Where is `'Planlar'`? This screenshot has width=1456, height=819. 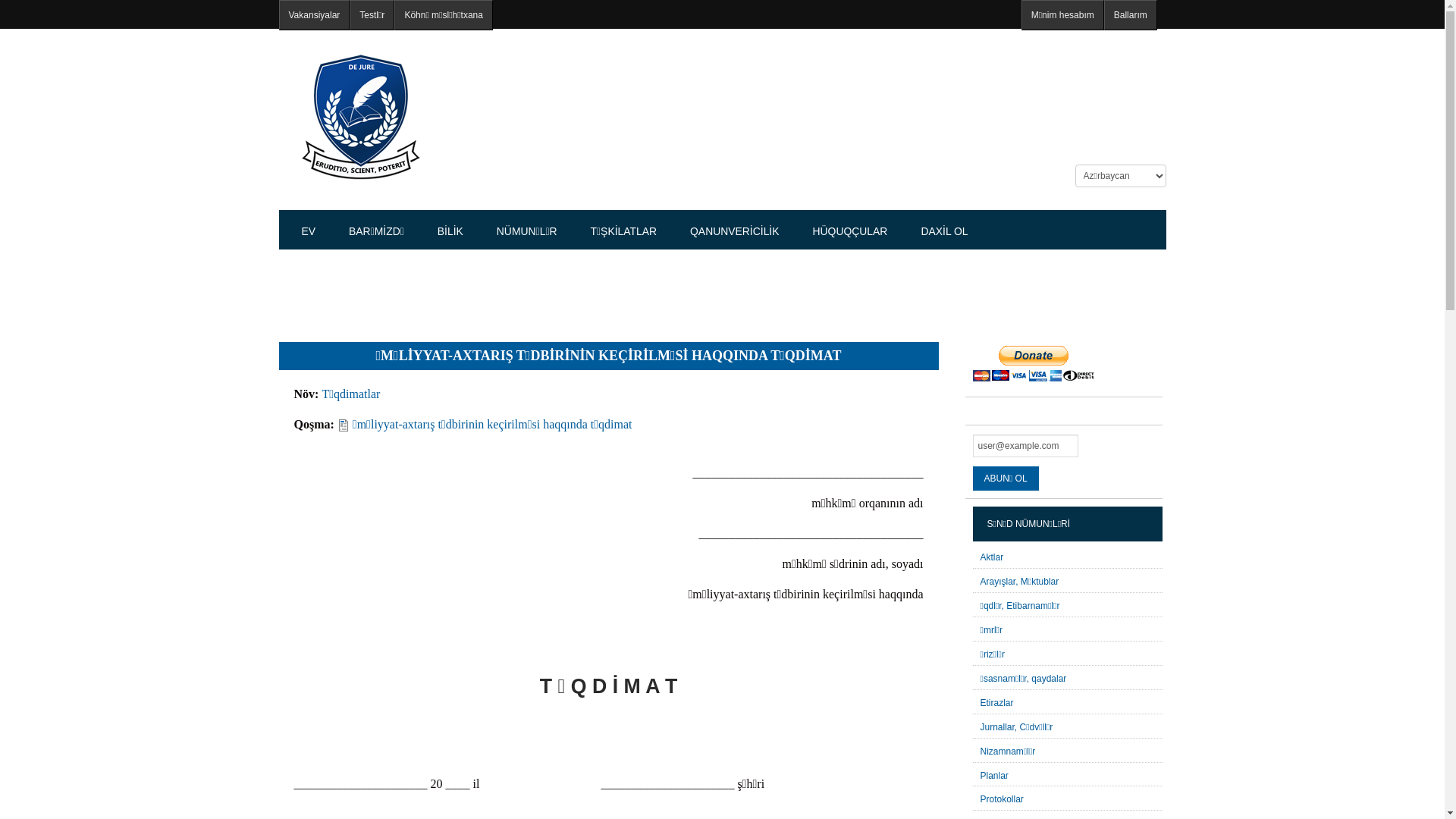
'Planlar' is located at coordinates (993, 775).